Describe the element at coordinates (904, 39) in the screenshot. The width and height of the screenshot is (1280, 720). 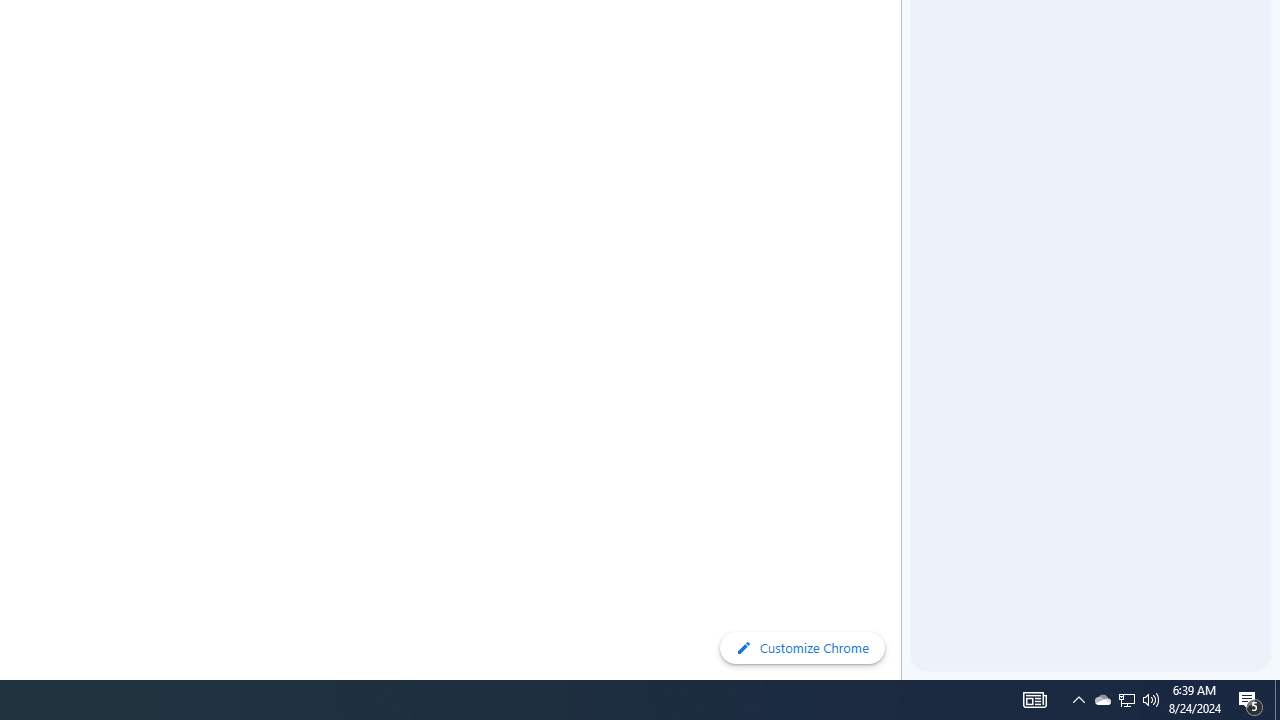
I see `'Side Panel Resize Handle'` at that location.